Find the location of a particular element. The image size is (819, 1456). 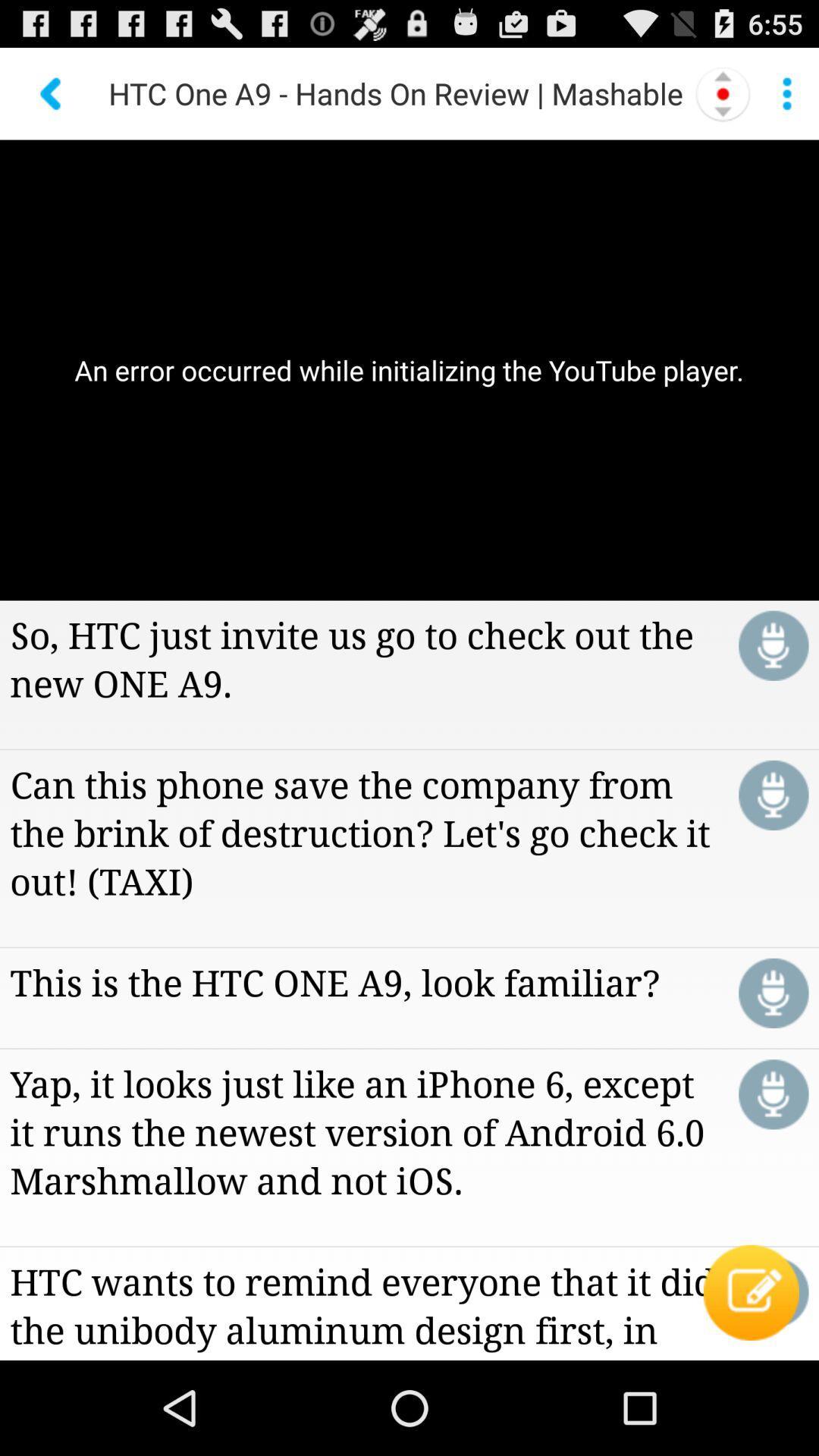

first voice recorder is located at coordinates (773, 645).